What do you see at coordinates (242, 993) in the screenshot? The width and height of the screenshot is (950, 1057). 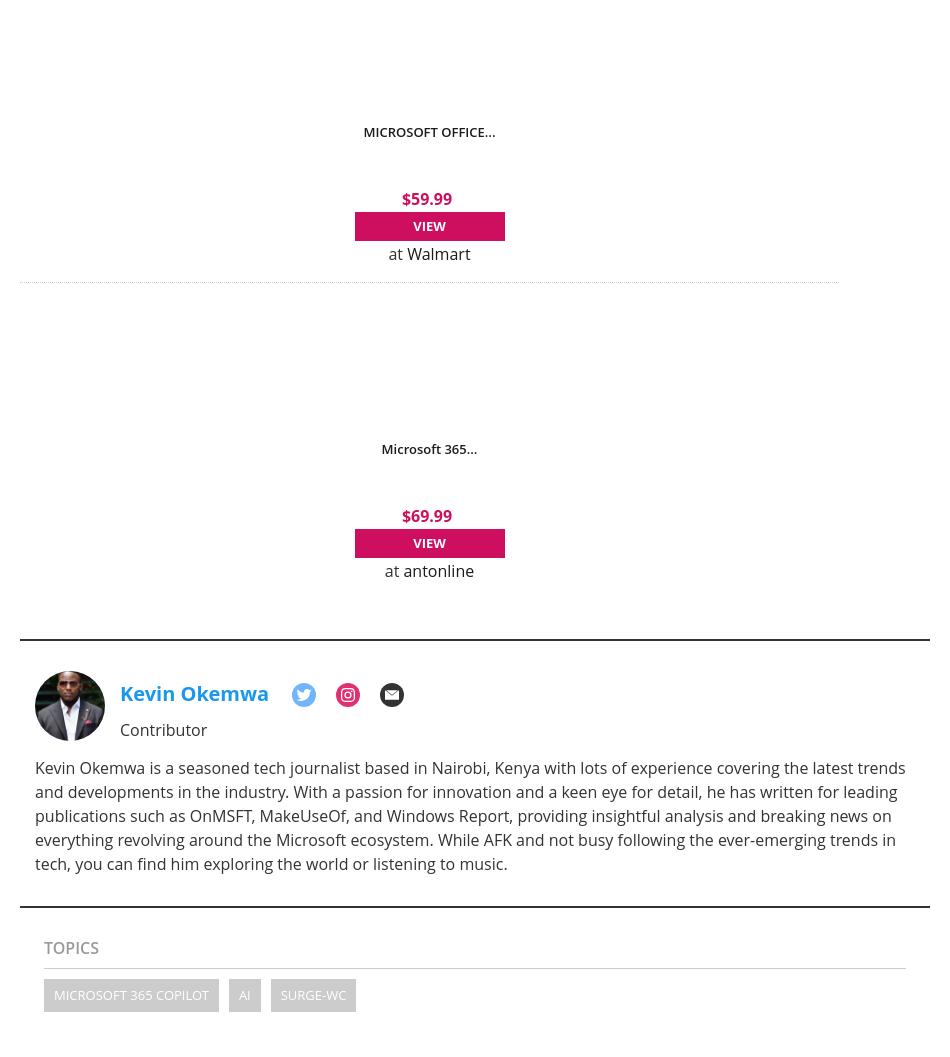 I see `'AI'` at bounding box center [242, 993].